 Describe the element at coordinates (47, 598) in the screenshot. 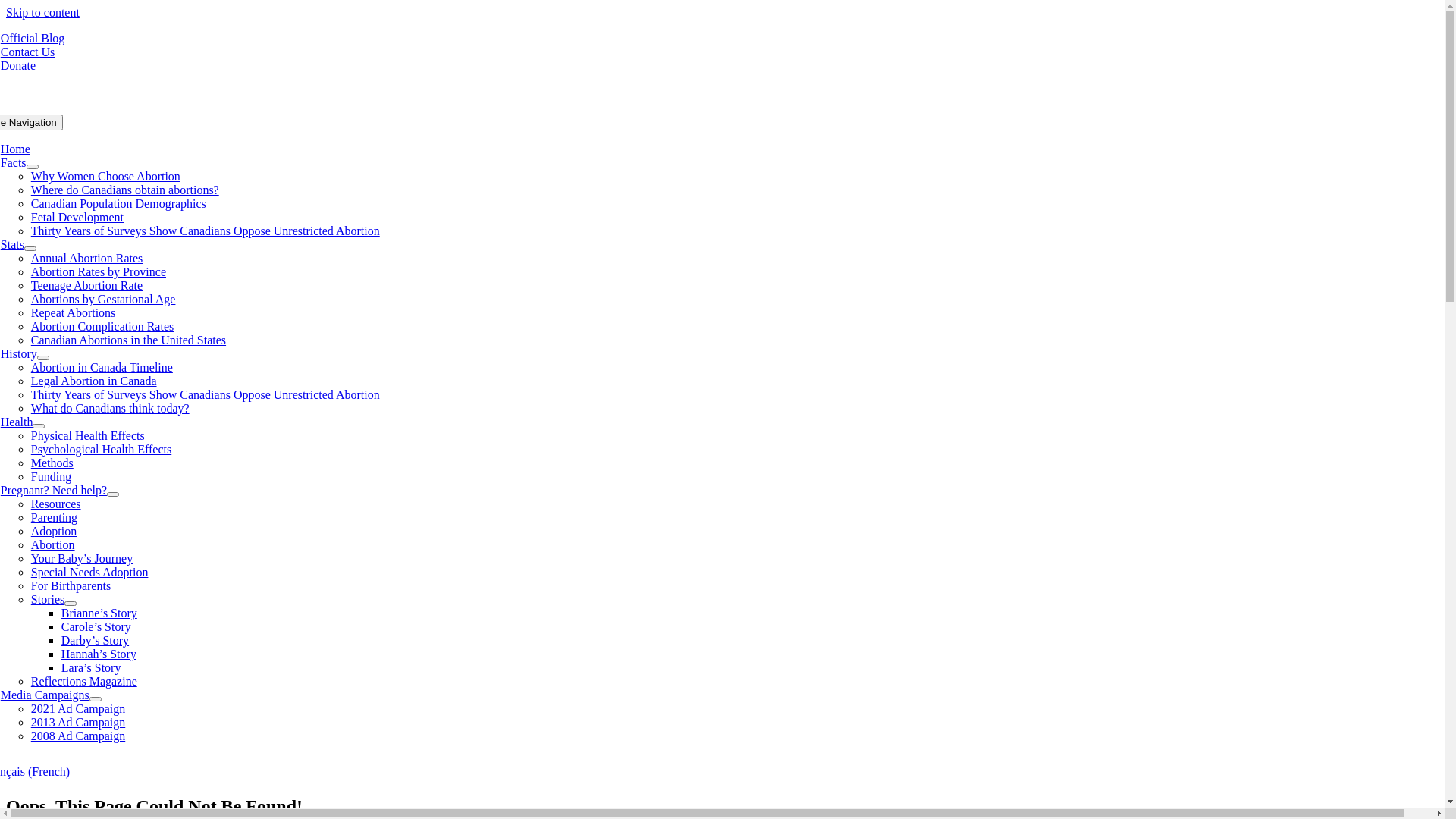

I see `'Stories'` at that location.